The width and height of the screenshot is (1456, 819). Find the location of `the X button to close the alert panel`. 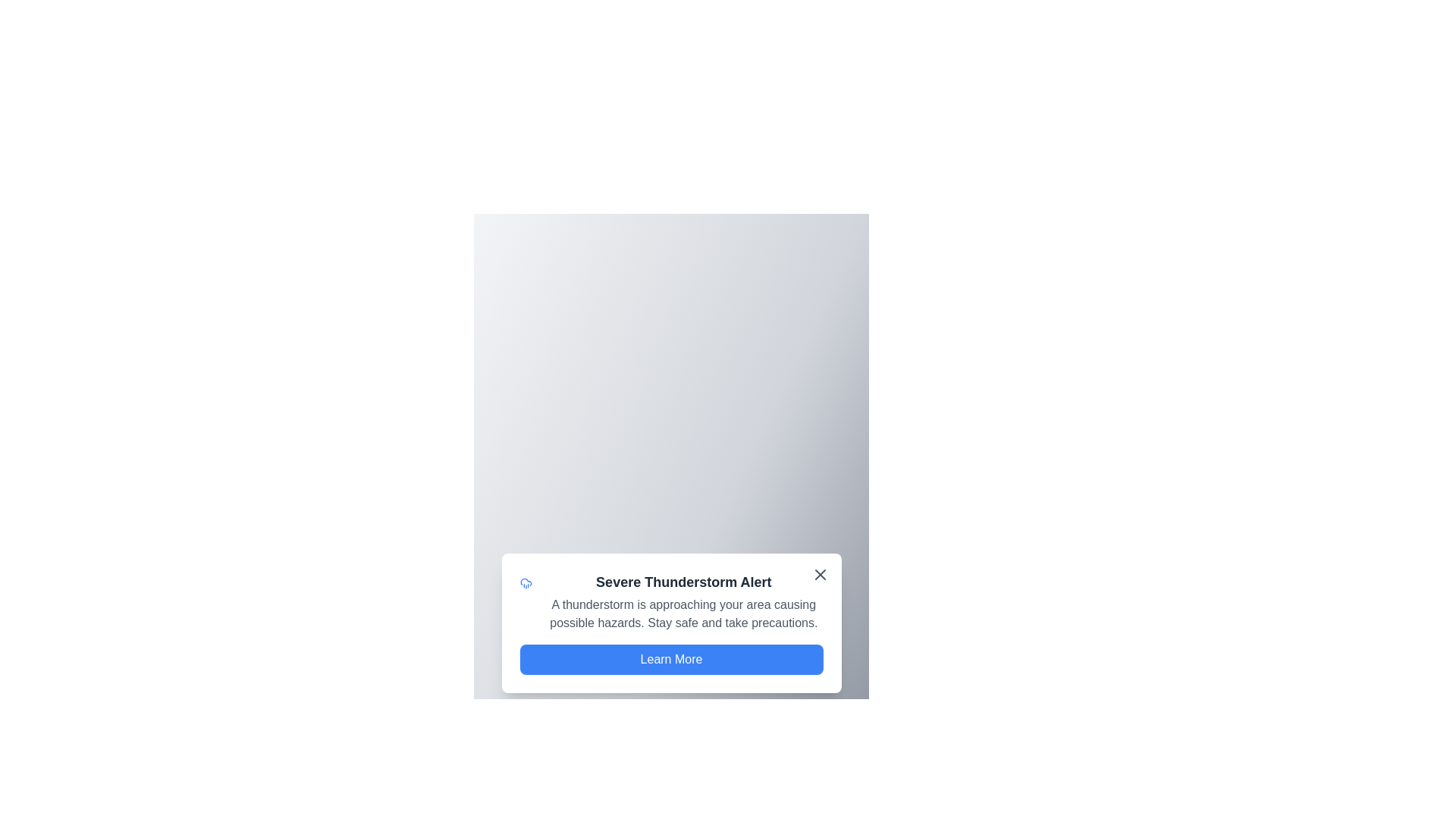

the X button to close the alert panel is located at coordinates (819, 575).